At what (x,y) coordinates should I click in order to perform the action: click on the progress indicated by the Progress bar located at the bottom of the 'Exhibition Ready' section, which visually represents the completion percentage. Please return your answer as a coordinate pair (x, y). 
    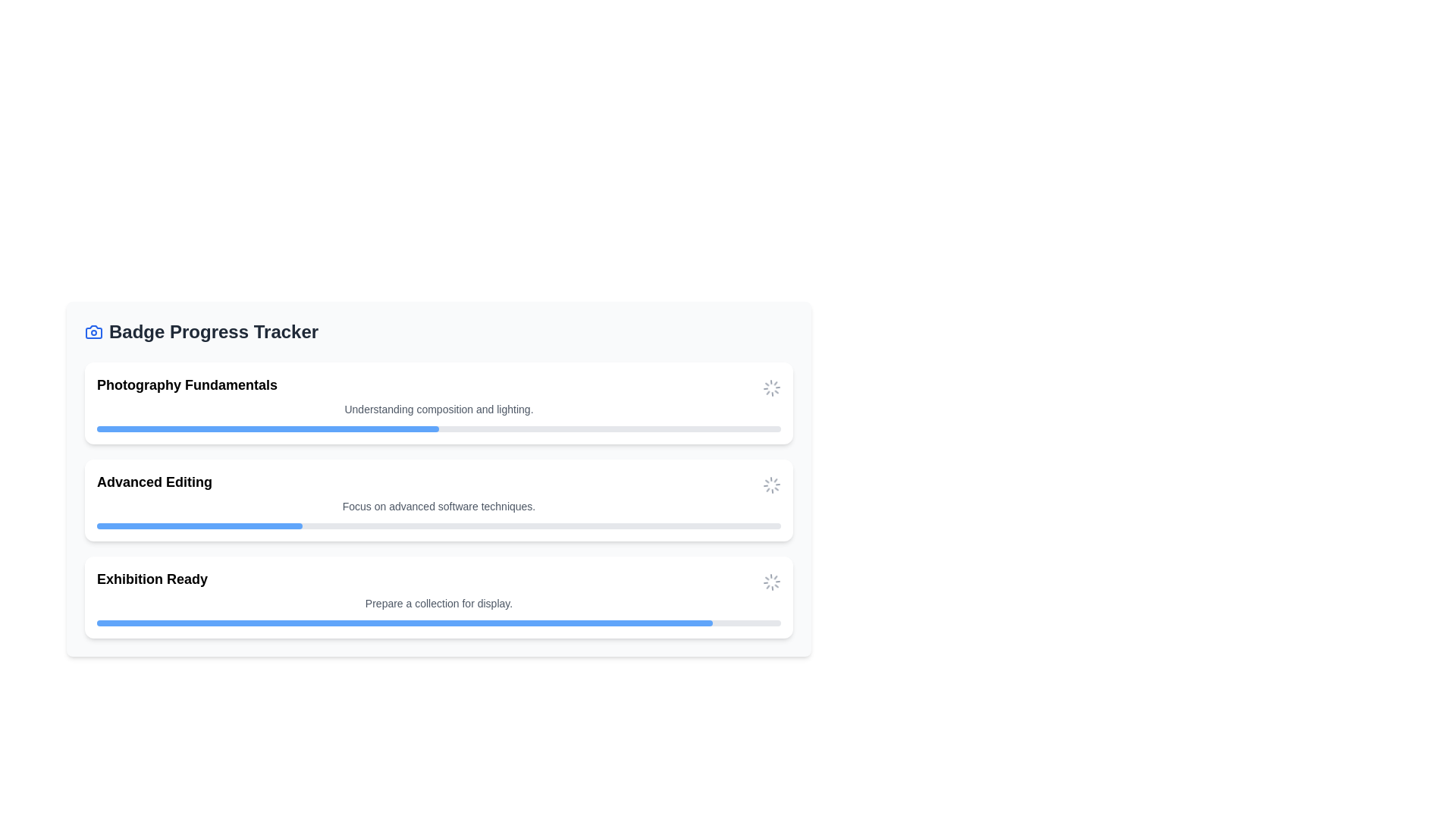
    Looking at the image, I should click on (404, 623).